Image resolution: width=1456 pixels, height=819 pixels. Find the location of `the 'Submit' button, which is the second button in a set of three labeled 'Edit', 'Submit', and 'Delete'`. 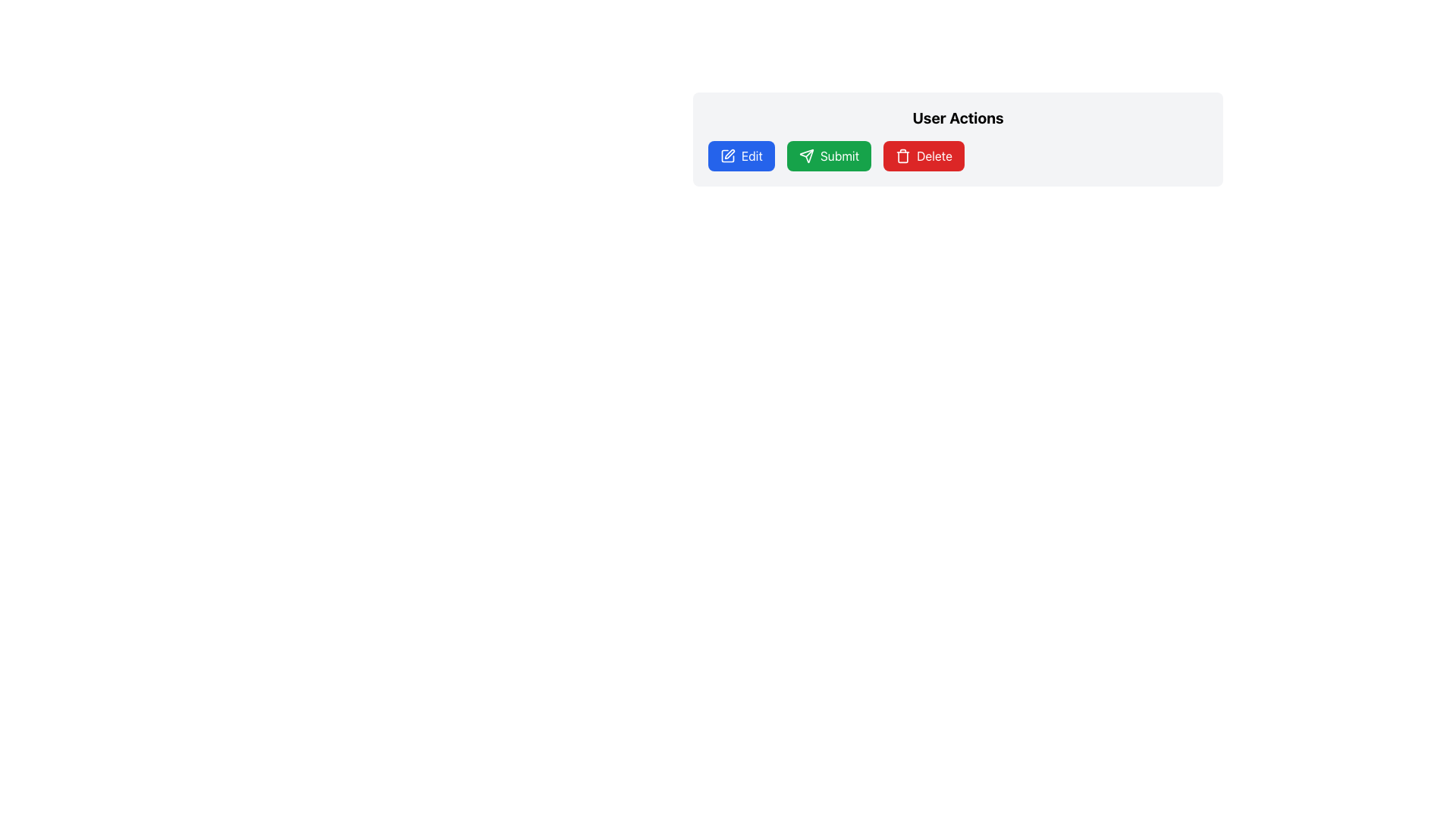

the 'Submit' button, which is the second button in a set of three labeled 'Edit', 'Submit', and 'Delete' is located at coordinates (828, 155).